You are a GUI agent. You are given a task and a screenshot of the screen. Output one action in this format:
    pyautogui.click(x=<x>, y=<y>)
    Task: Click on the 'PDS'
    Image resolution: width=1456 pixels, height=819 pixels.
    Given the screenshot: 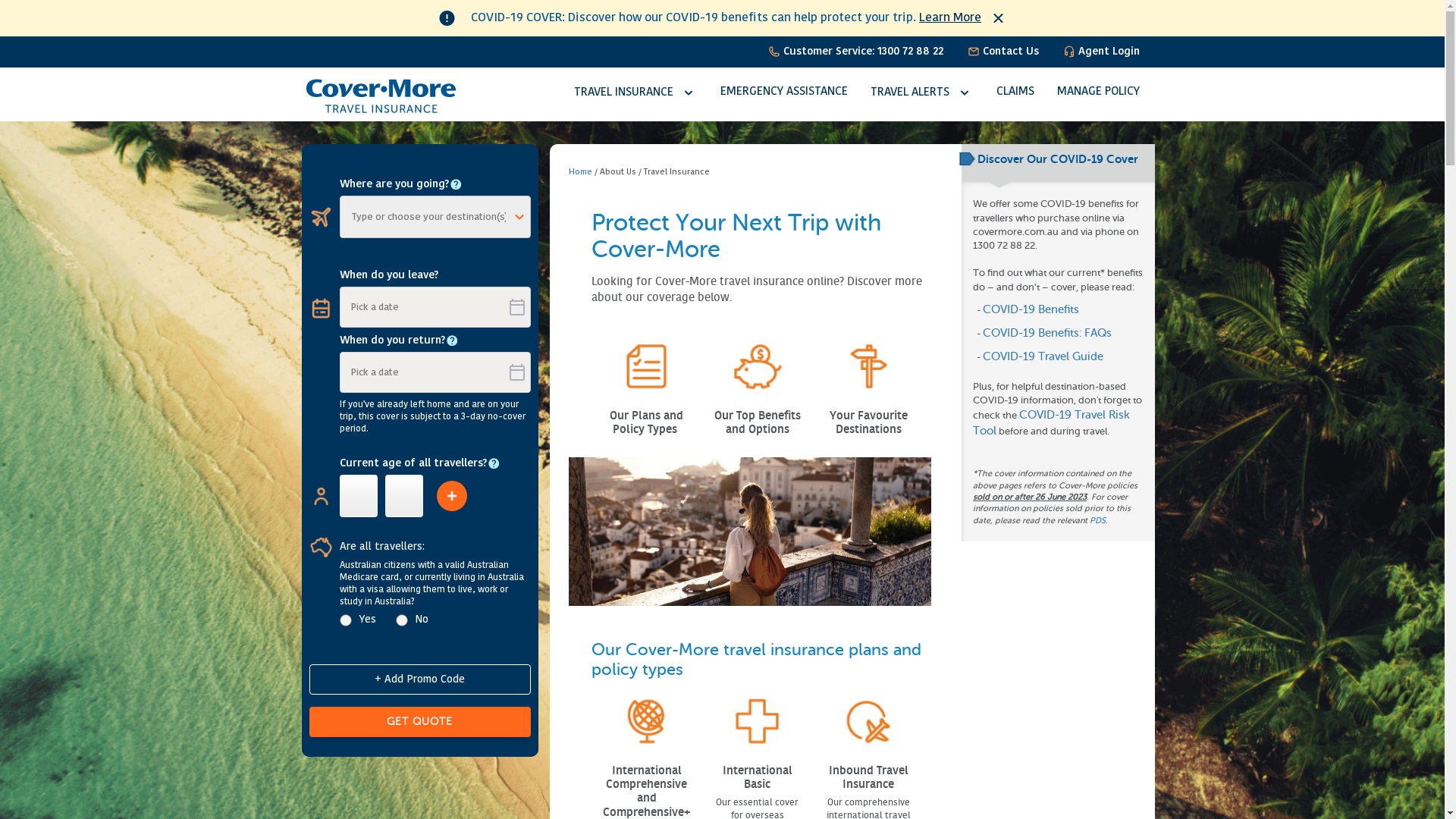 What is the action you would take?
    pyautogui.click(x=1097, y=519)
    